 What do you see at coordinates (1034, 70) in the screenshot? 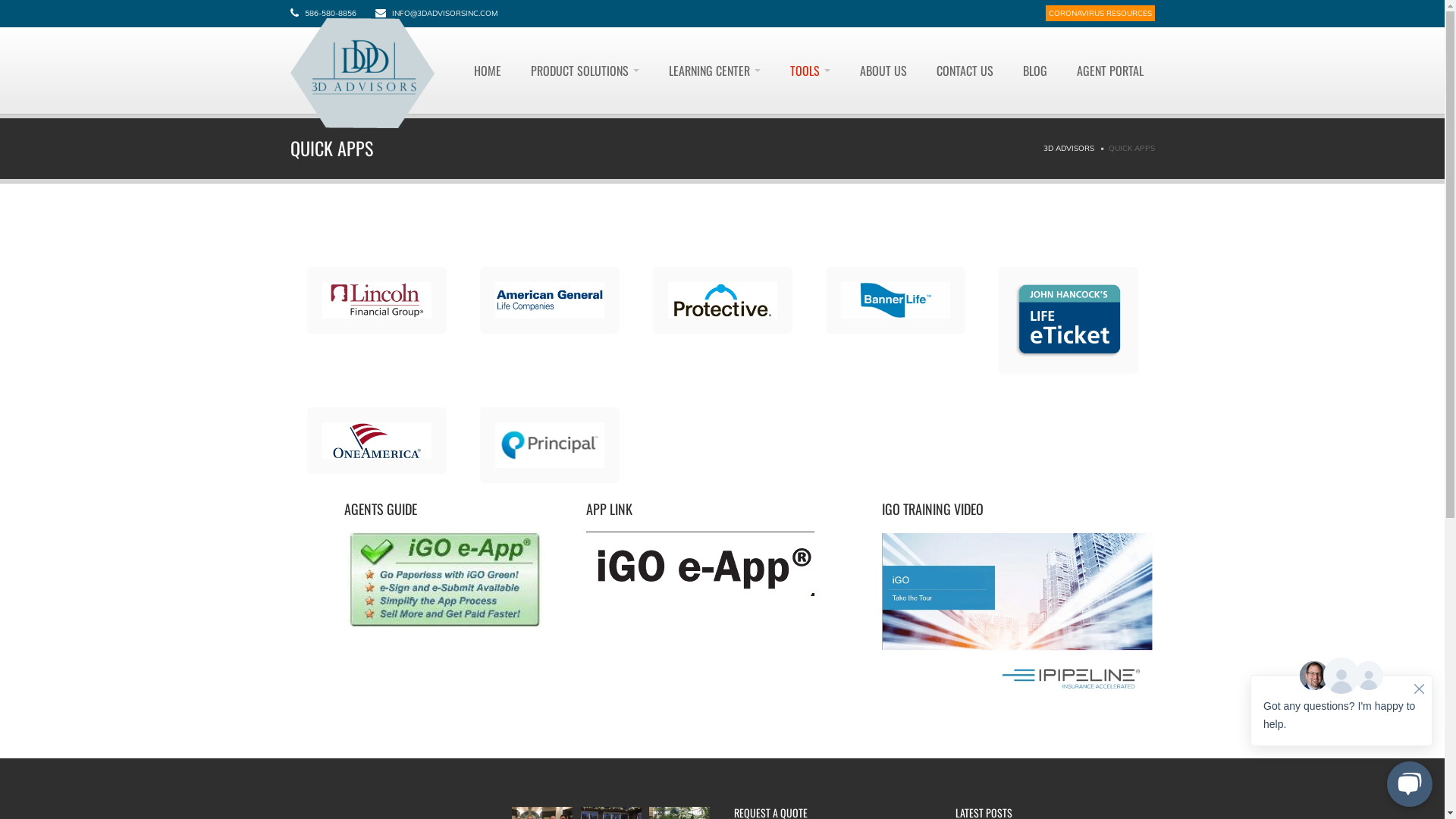
I see `'BLOG'` at bounding box center [1034, 70].